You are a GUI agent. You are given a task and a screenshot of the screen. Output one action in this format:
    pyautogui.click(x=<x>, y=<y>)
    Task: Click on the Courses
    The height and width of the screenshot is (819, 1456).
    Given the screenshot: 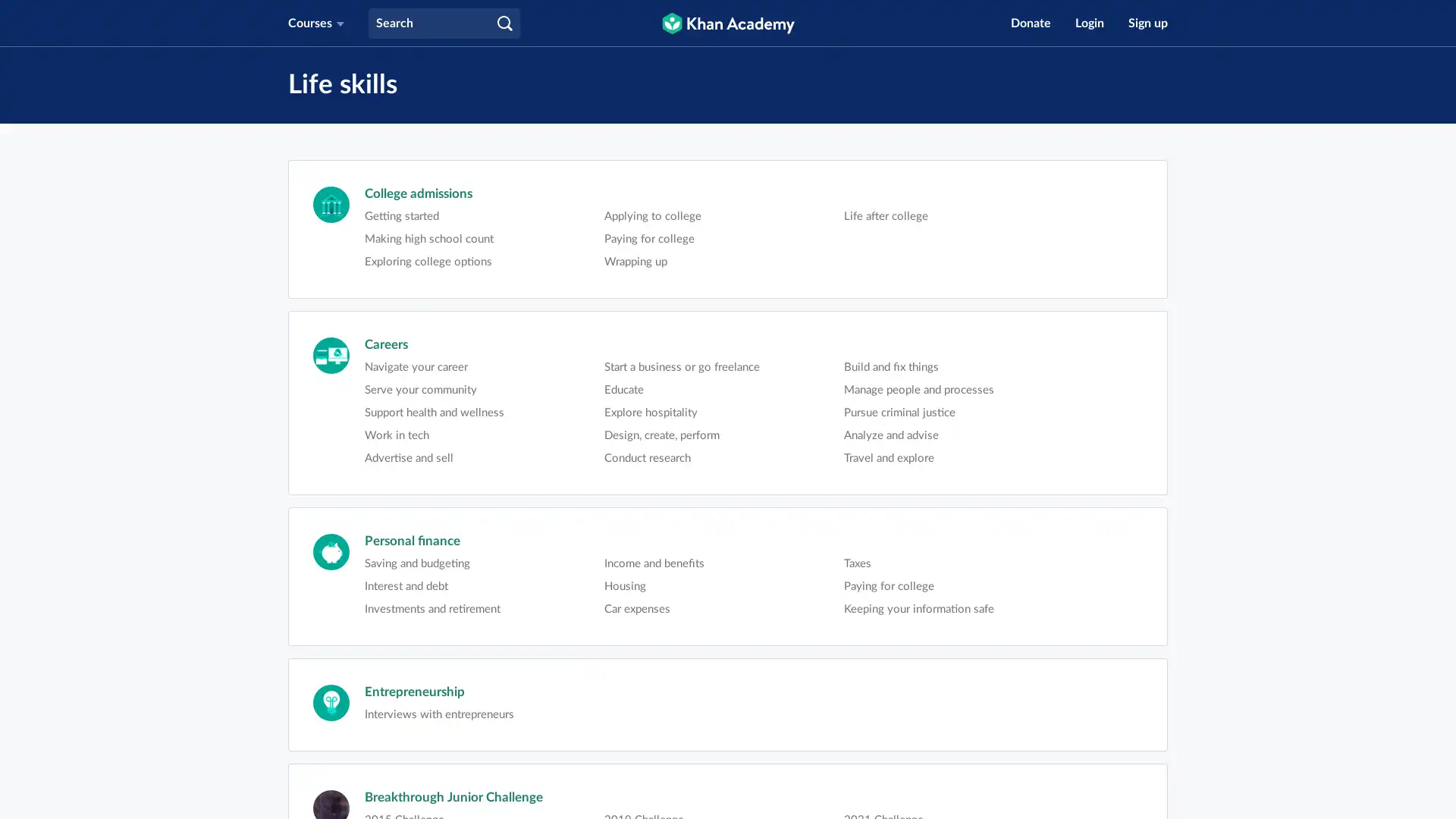 What is the action you would take?
    pyautogui.click(x=315, y=23)
    